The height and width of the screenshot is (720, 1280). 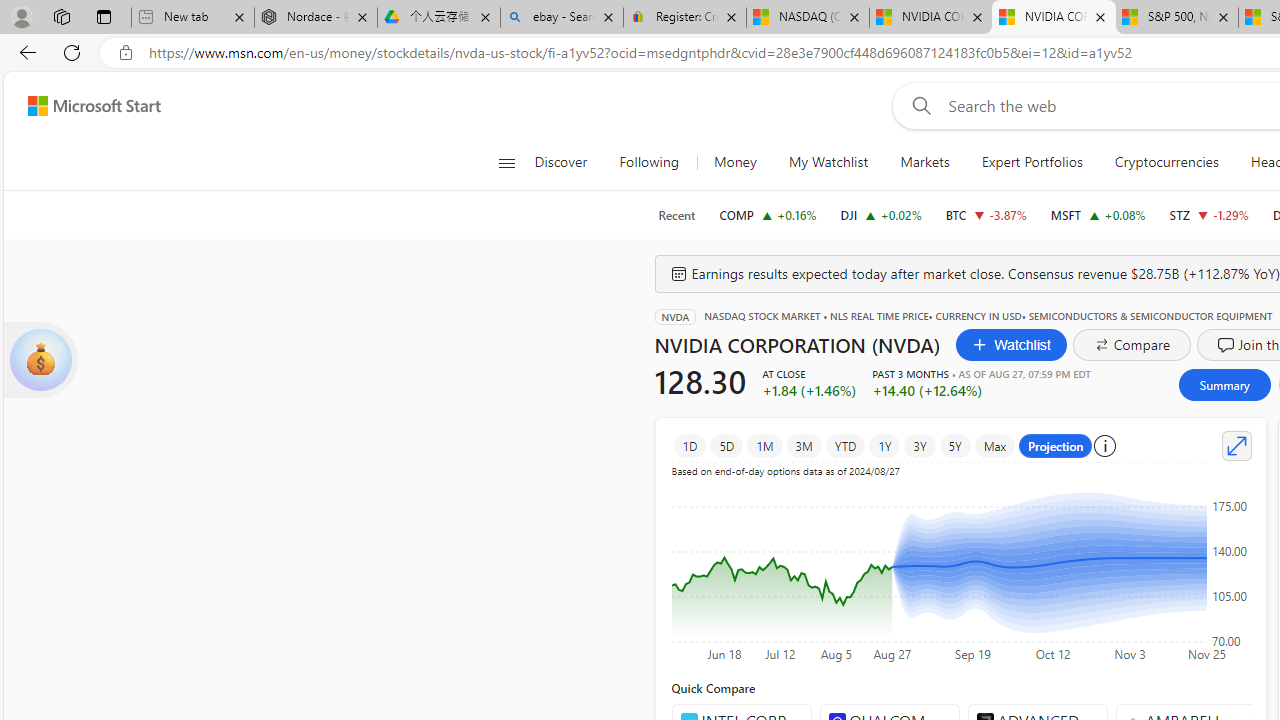 What do you see at coordinates (986, 214) in the screenshot?
I see `'BTC Bitcoin decrease 60,049.35 -2,320.91 -3.87%'` at bounding box center [986, 214].